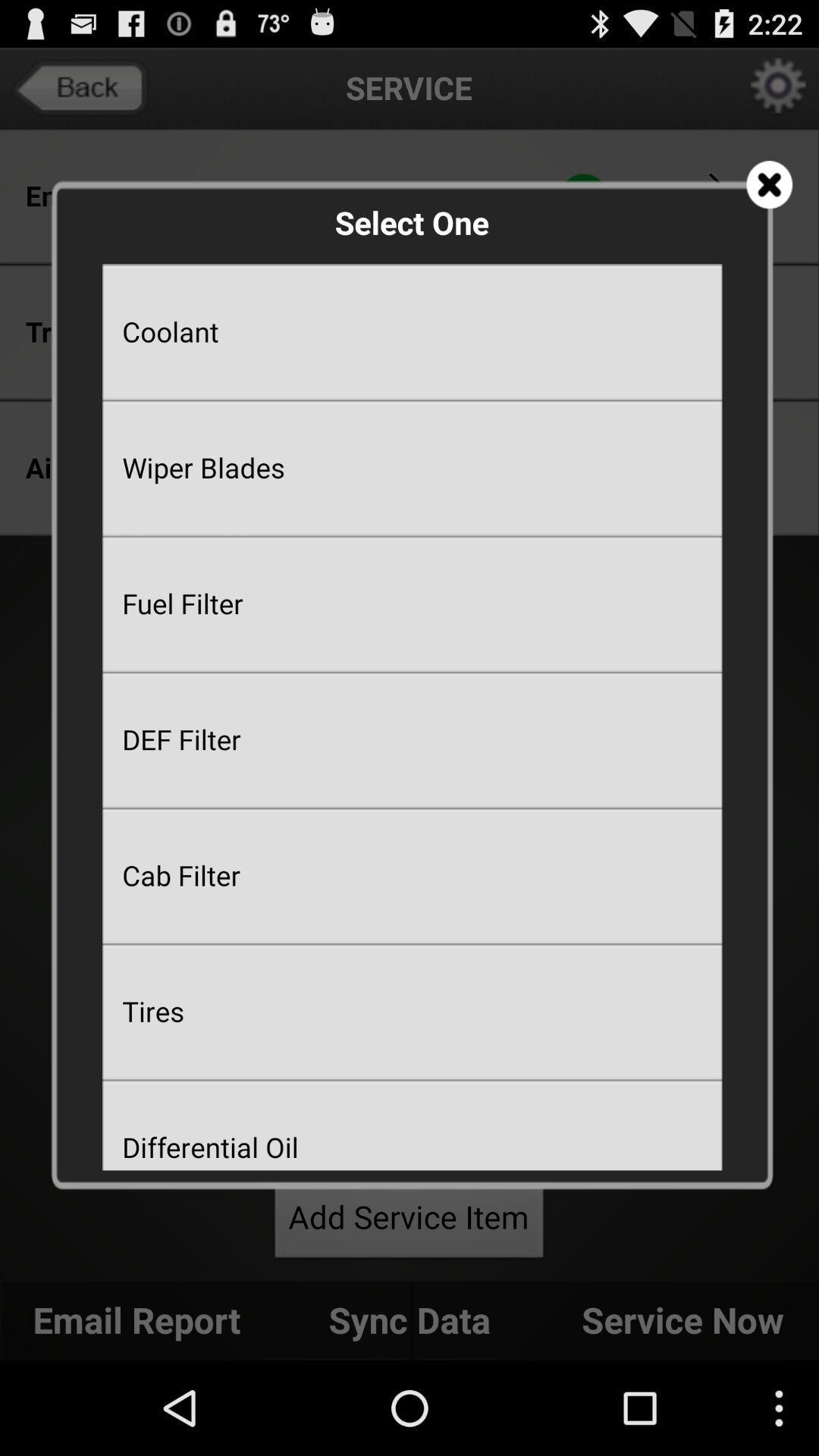  Describe the element at coordinates (769, 184) in the screenshot. I see `the item to the right of the select one` at that location.